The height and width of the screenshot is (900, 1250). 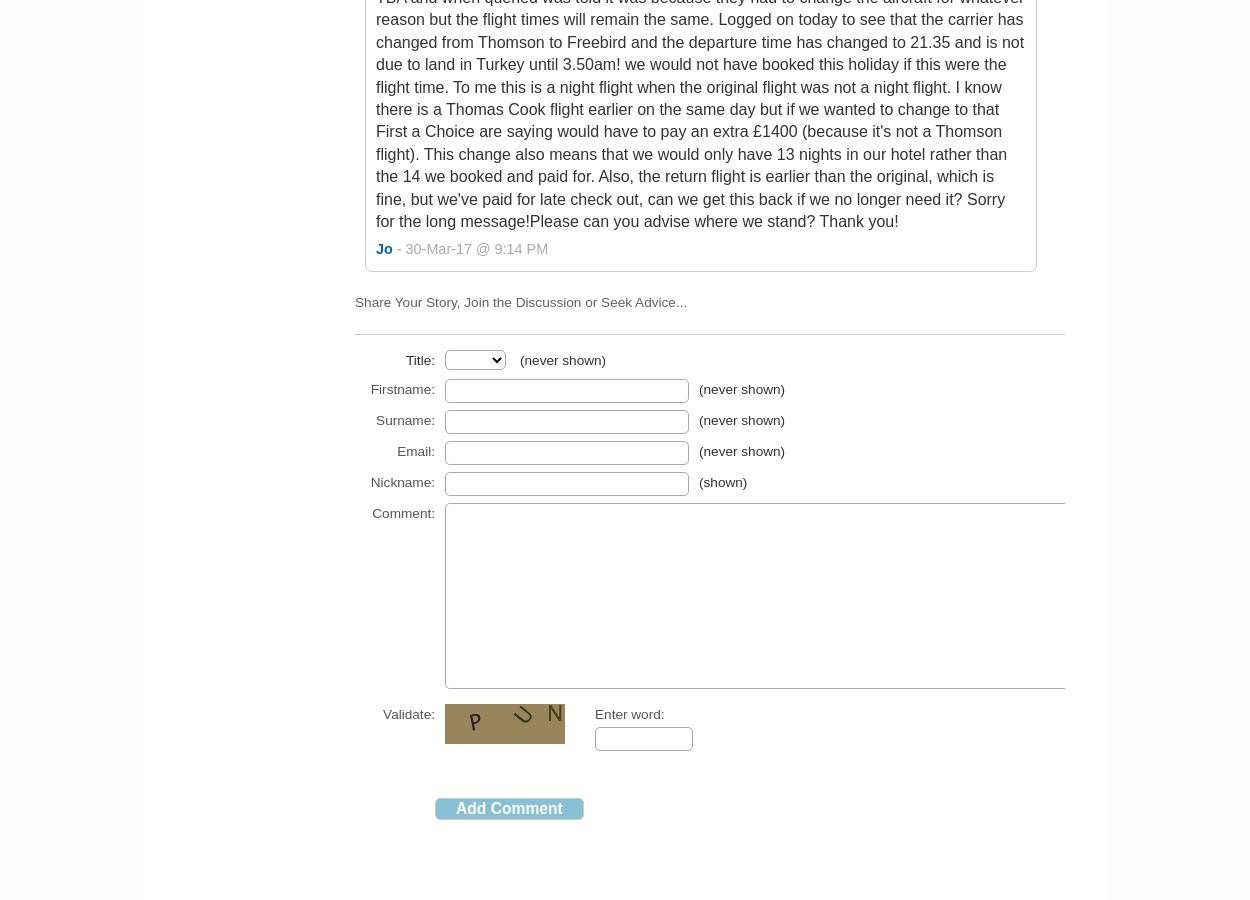 What do you see at coordinates (369, 389) in the screenshot?
I see `'Firstname:'` at bounding box center [369, 389].